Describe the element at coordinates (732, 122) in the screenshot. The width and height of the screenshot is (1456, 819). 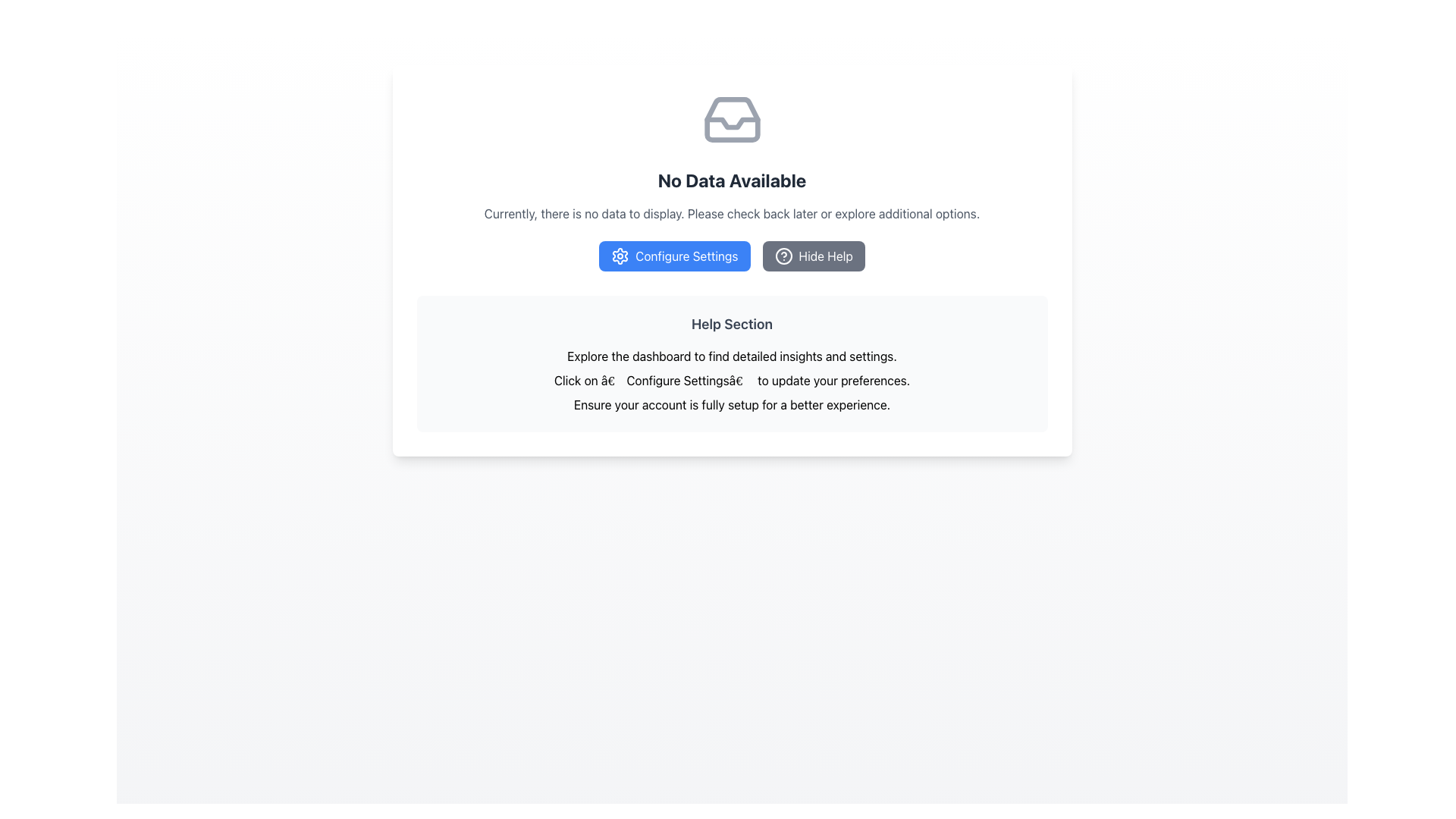
I see `the central V-shaped tip of the envelope icon, which has a gray stroke and a minimalist style, located at the midpoint of the envelope lid` at that location.